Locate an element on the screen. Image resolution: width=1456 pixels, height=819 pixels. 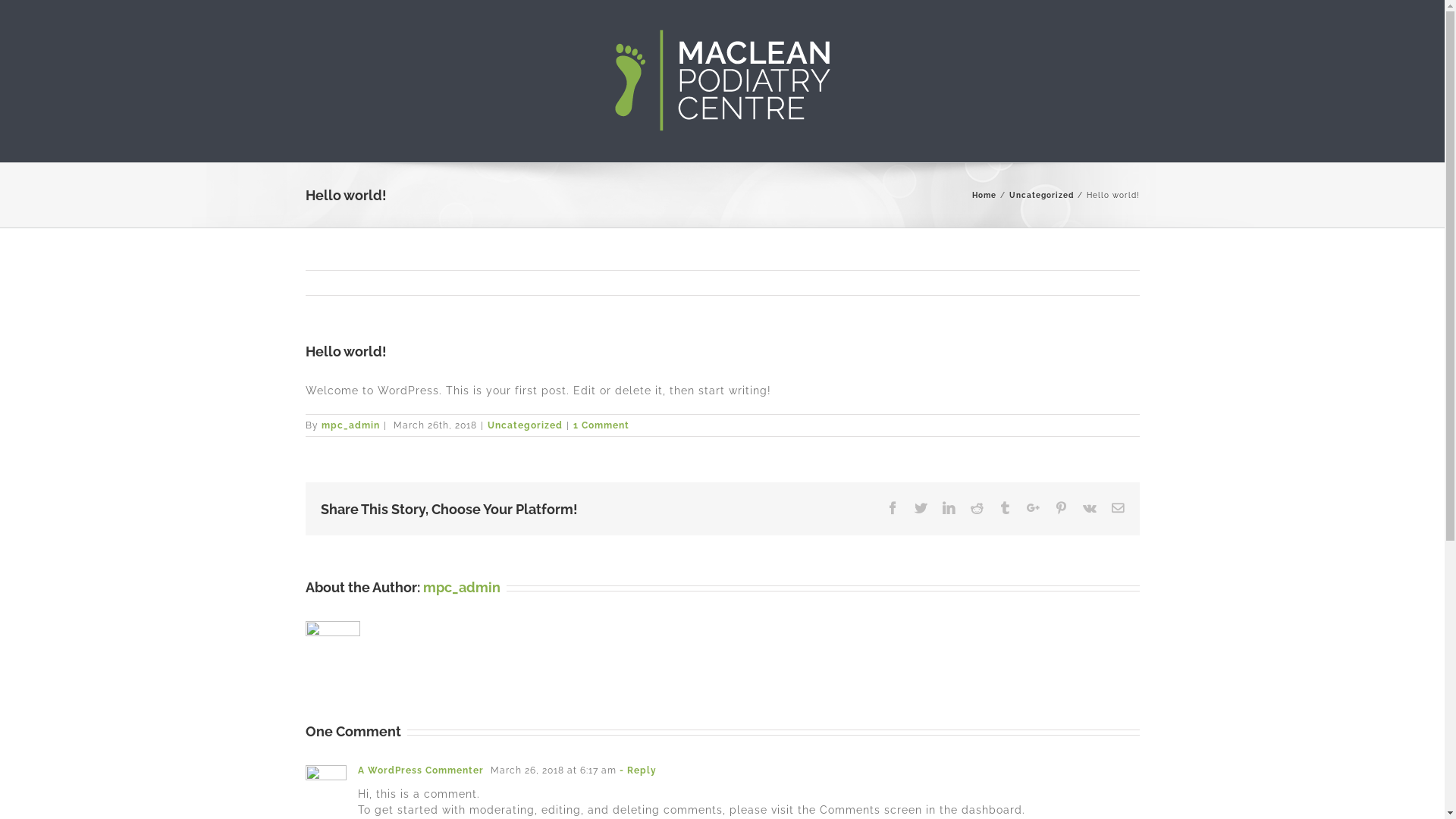
'Uncategorized' is located at coordinates (1040, 194).